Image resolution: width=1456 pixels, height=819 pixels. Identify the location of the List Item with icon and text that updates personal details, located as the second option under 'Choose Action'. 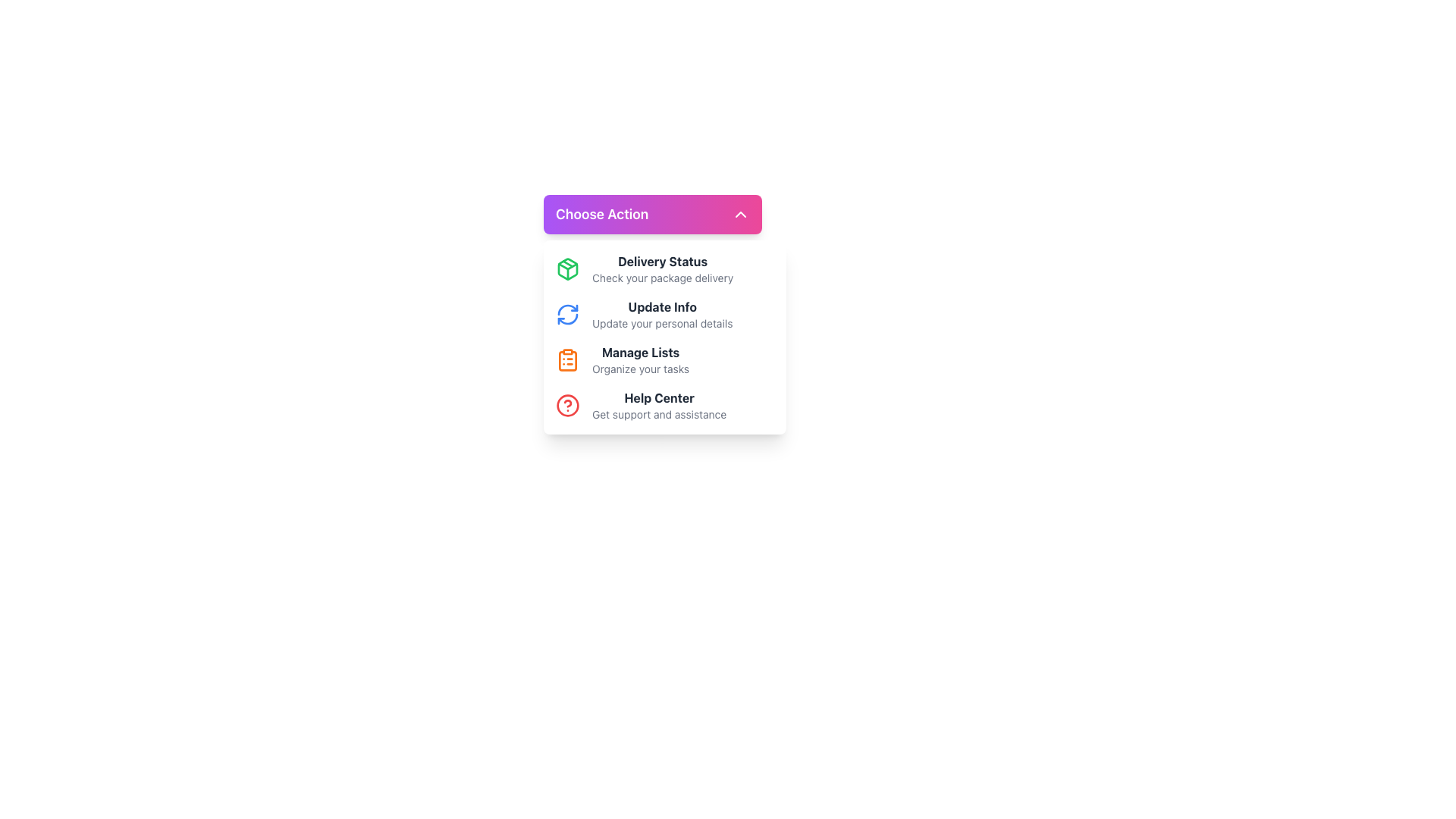
(662, 314).